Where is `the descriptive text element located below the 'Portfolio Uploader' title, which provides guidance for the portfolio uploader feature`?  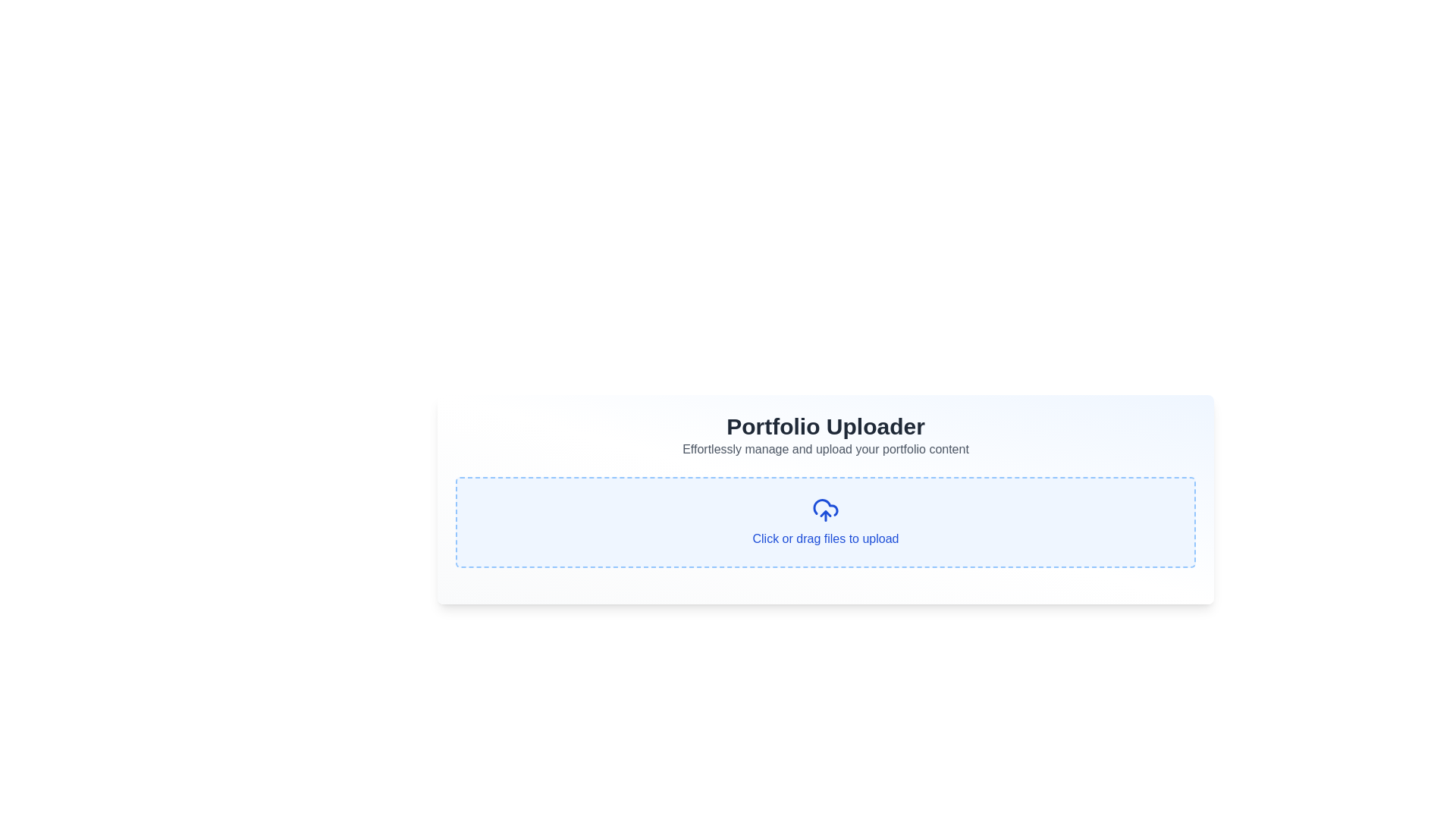 the descriptive text element located below the 'Portfolio Uploader' title, which provides guidance for the portfolio uploader feature is located at coordinates (825, 449).